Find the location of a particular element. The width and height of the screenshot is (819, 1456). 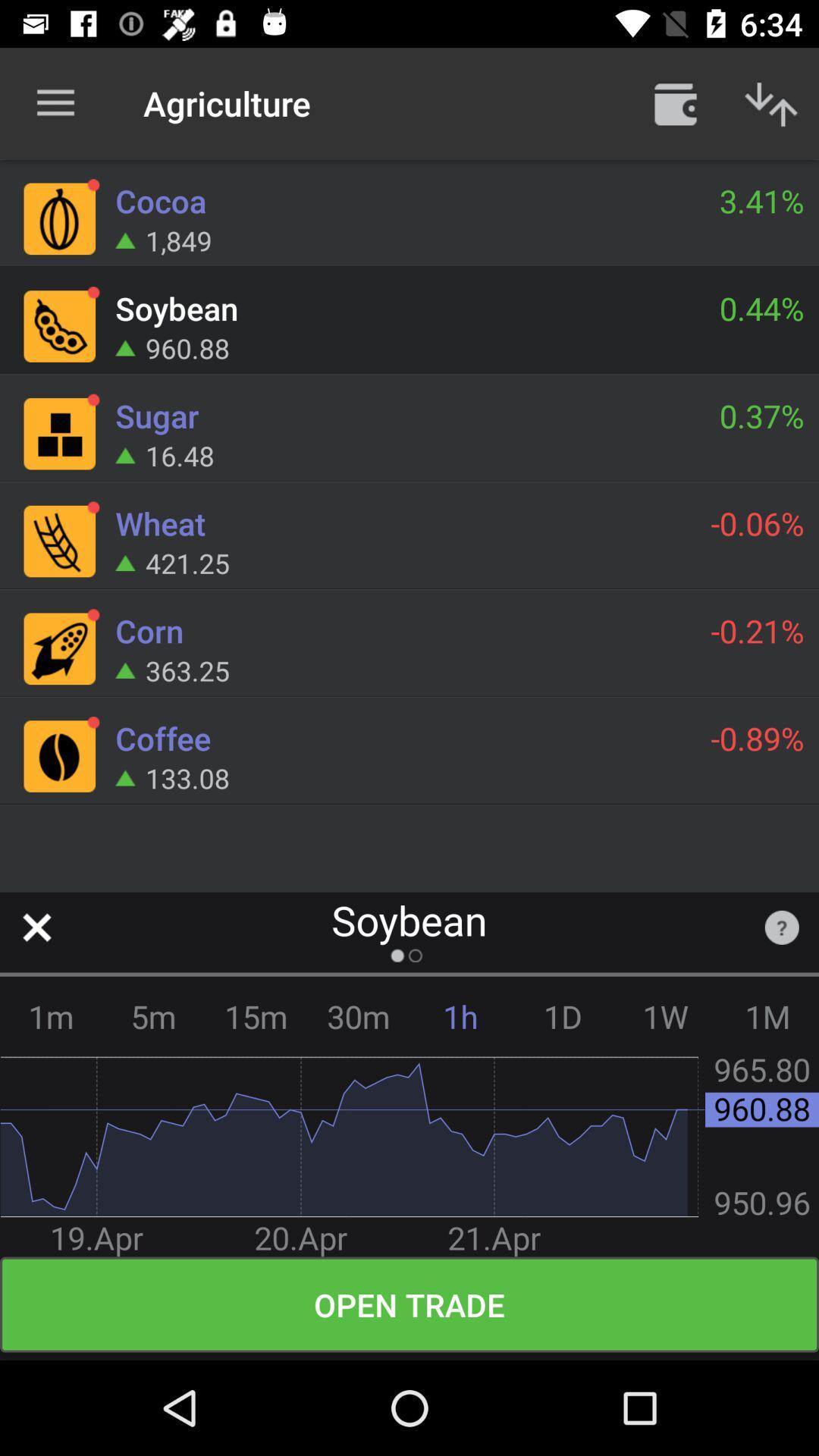

the close icon is located at coordinates (36, 927).